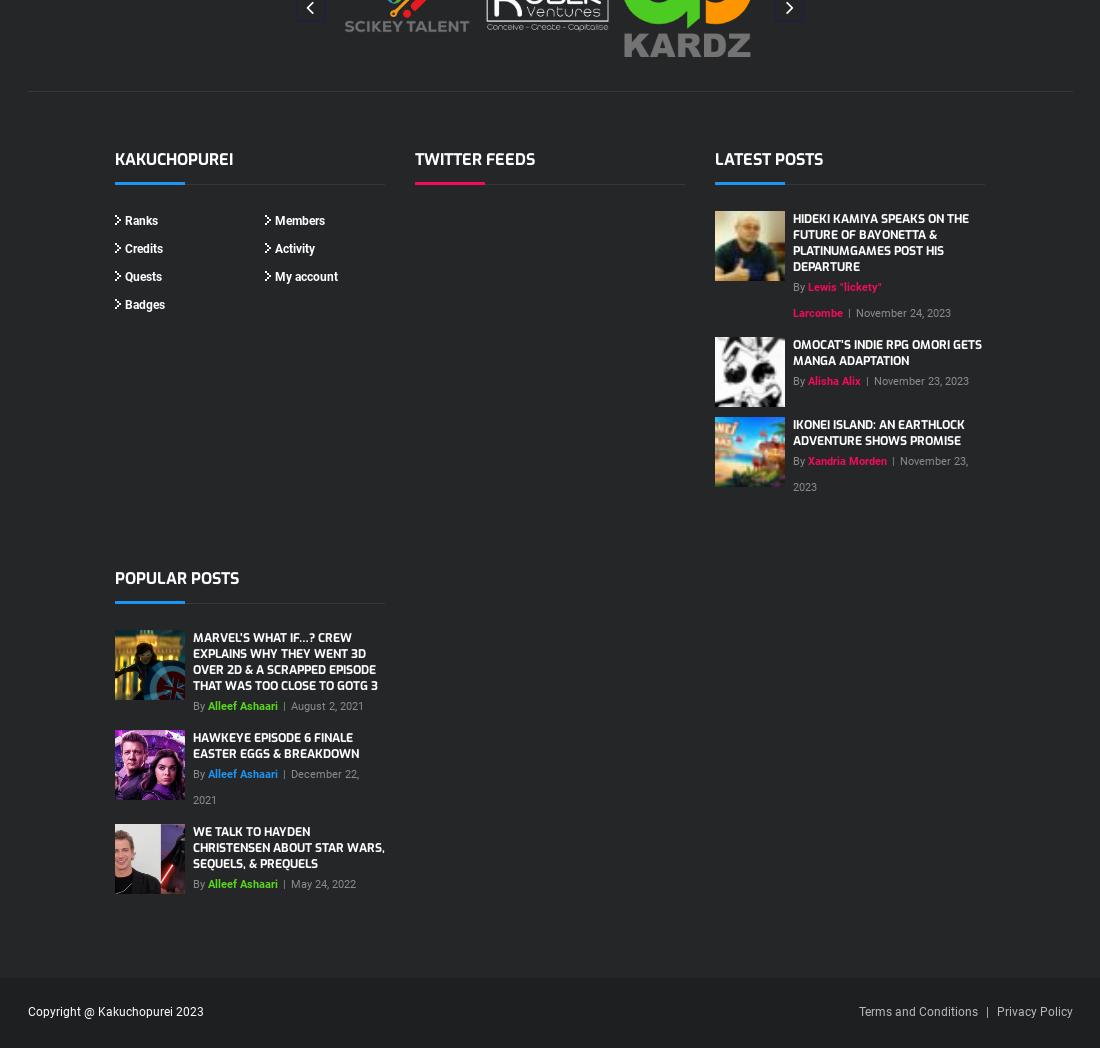 This screenshot has height=1048, width=1100. I want to click on 'Credits', so click(142, 247).